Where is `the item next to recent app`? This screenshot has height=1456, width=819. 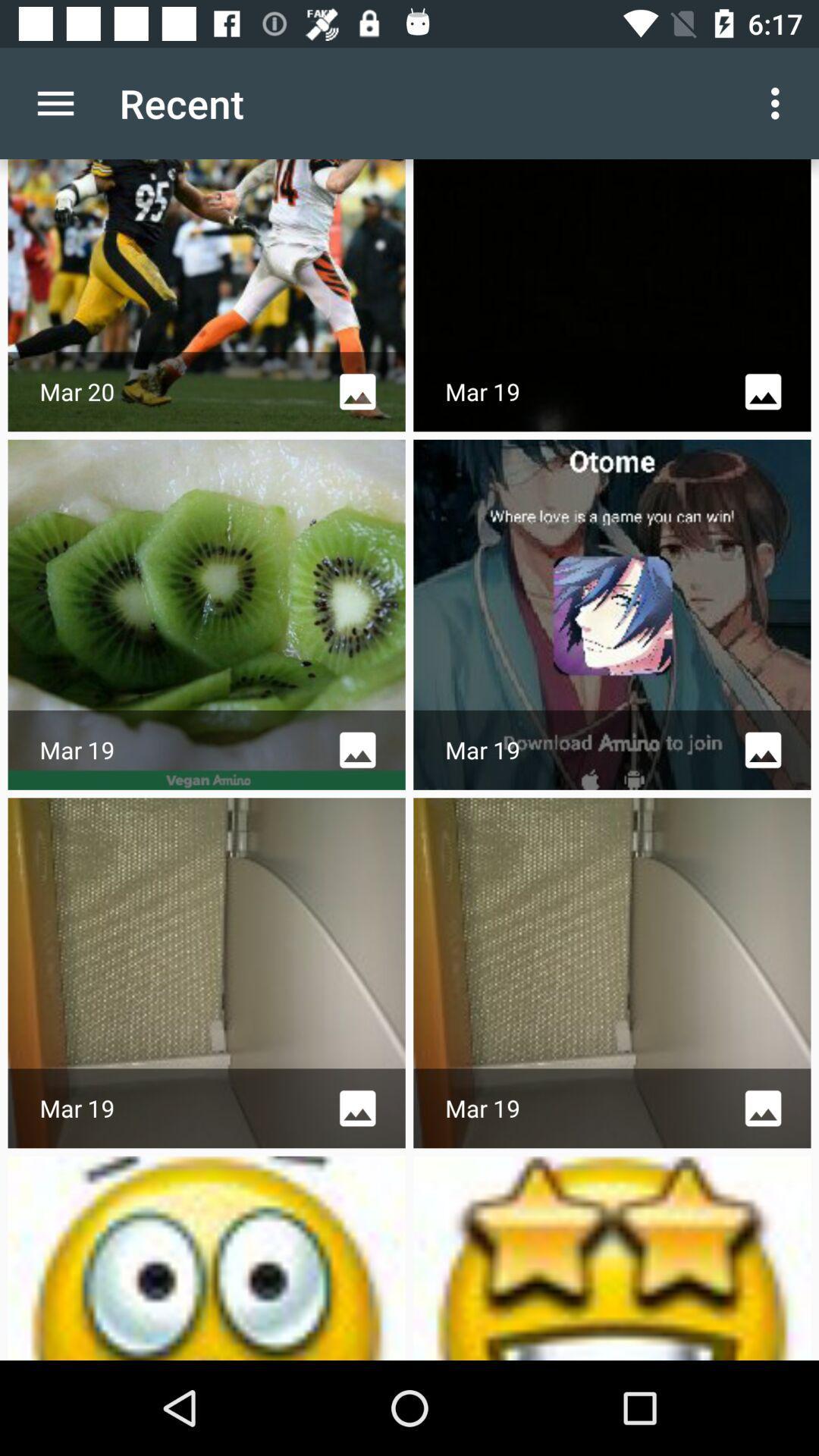
the item next to recent app is located at coordinates (55, 102).